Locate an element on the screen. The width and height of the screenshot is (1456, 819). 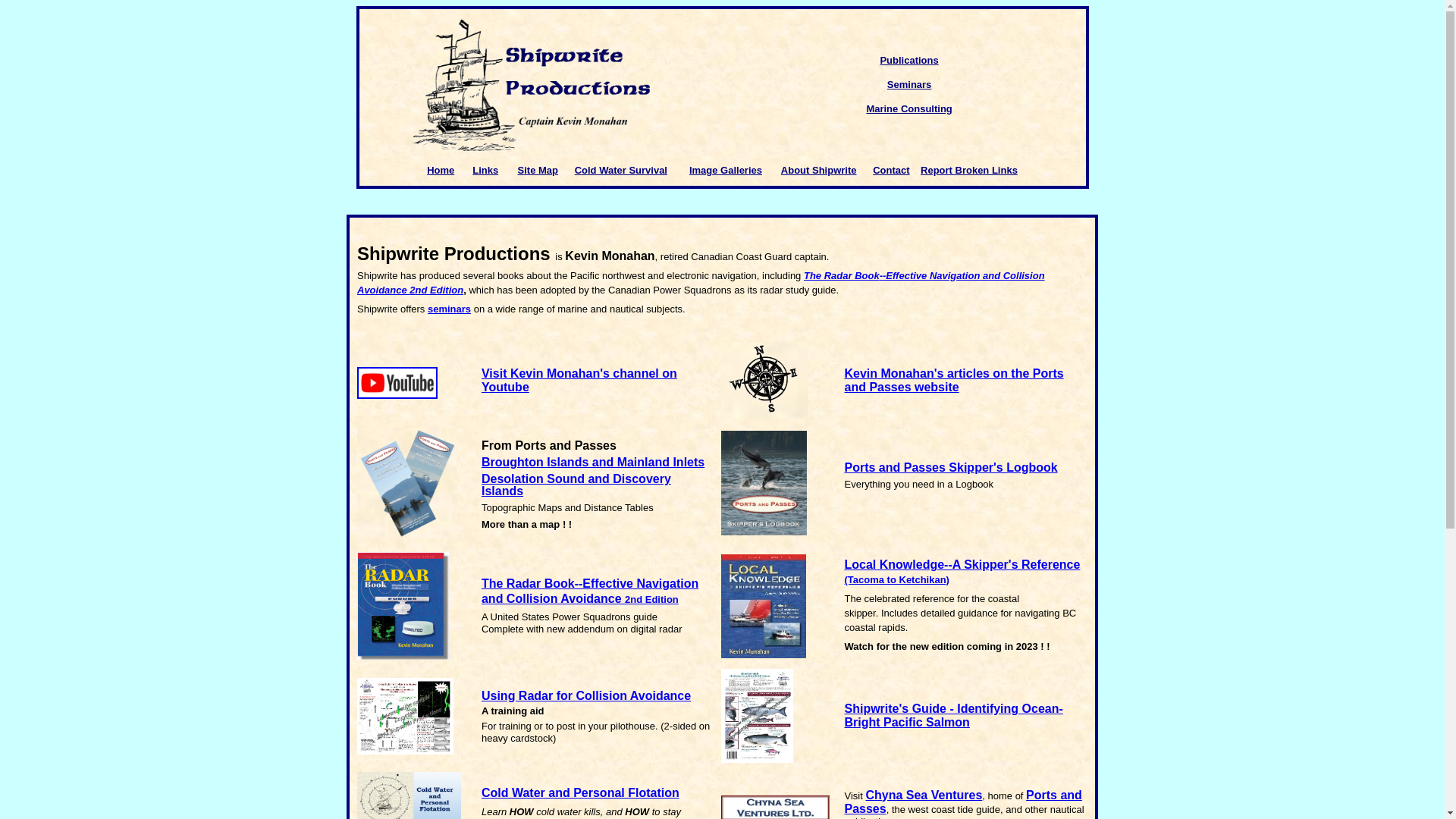
'seminars' is located at coordinates (448, 308).